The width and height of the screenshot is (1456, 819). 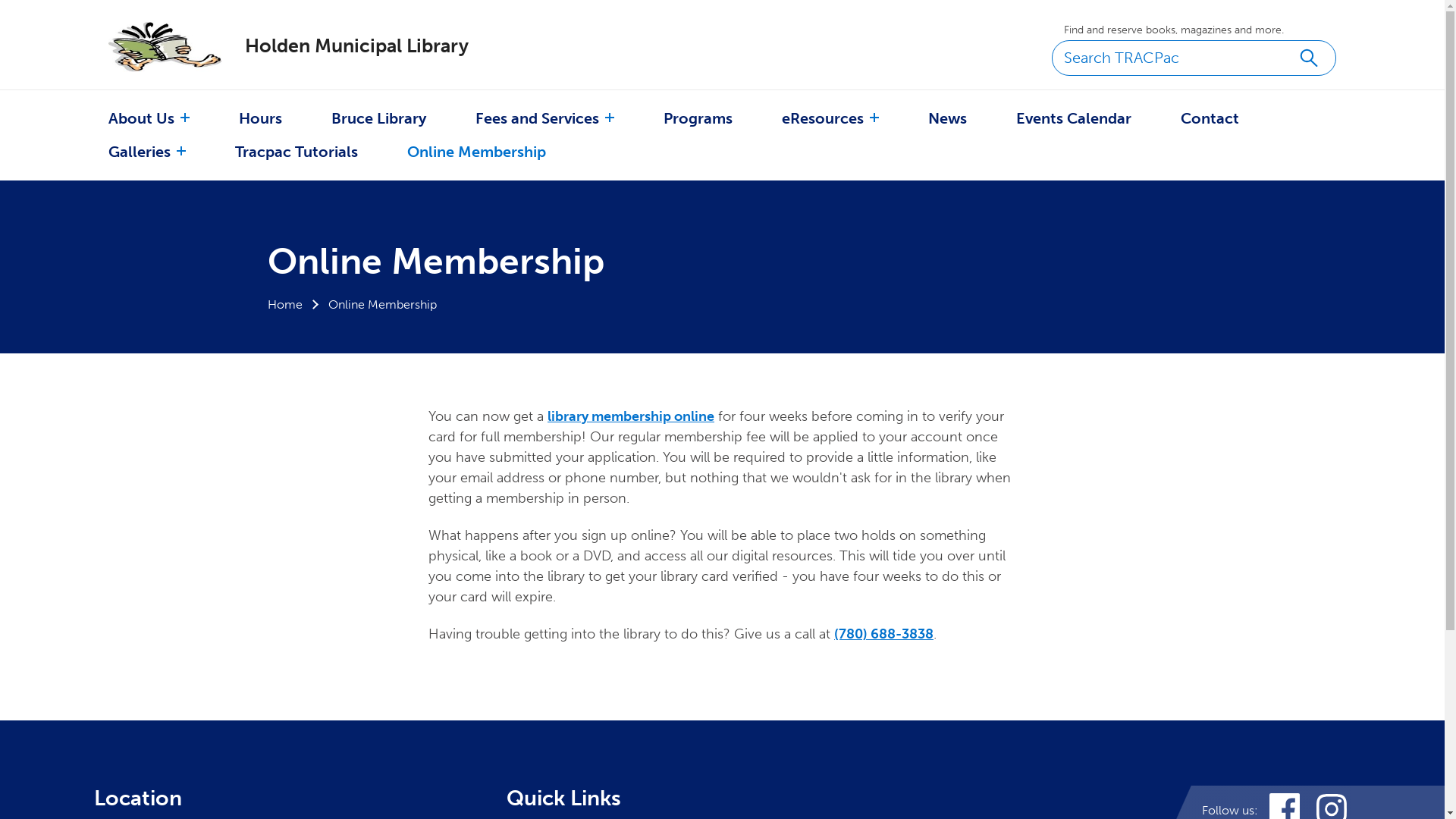 I want to click on 'Contact', so click(x=1209, y=117).